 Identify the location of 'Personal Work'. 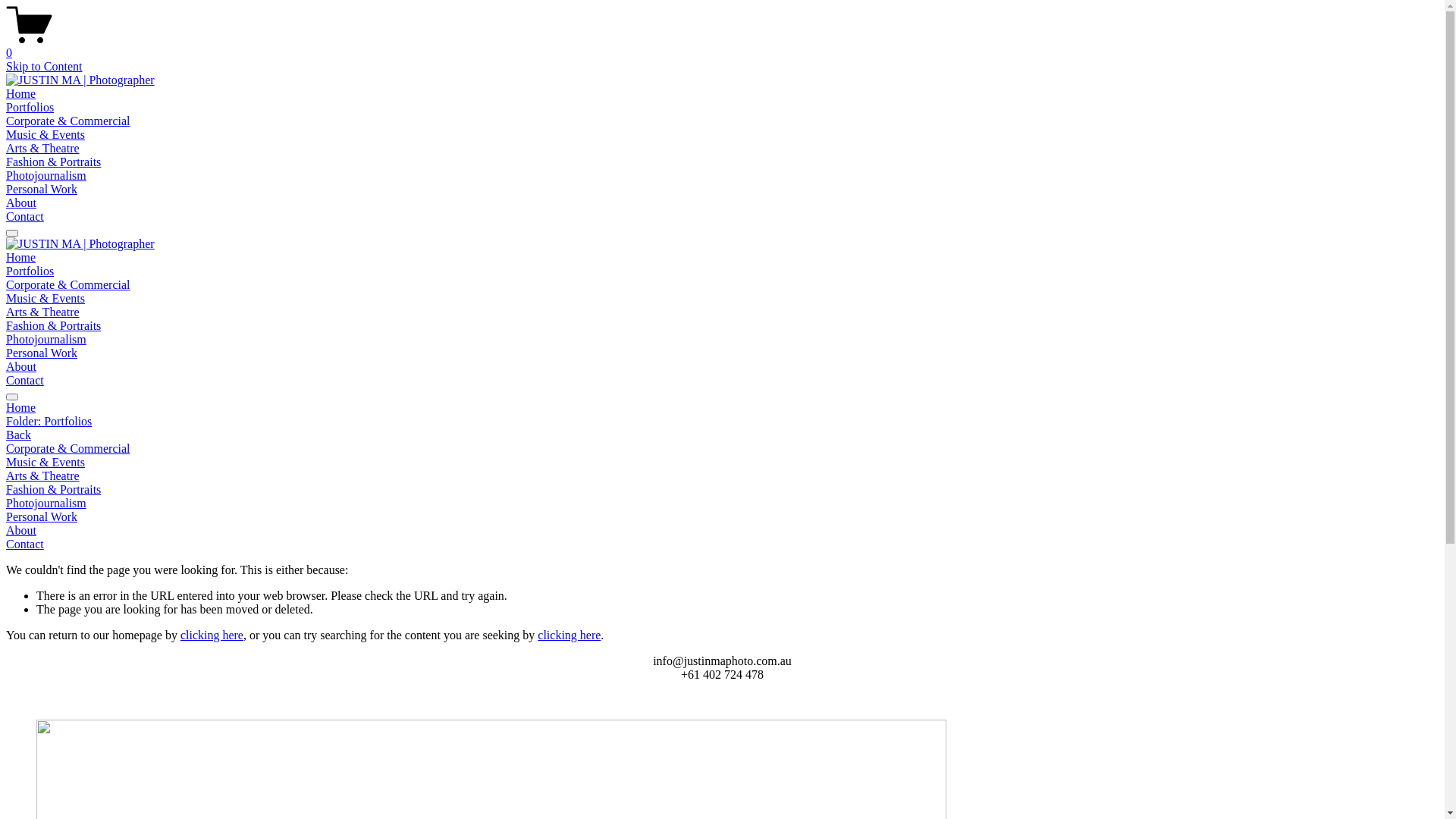
(6, 516).